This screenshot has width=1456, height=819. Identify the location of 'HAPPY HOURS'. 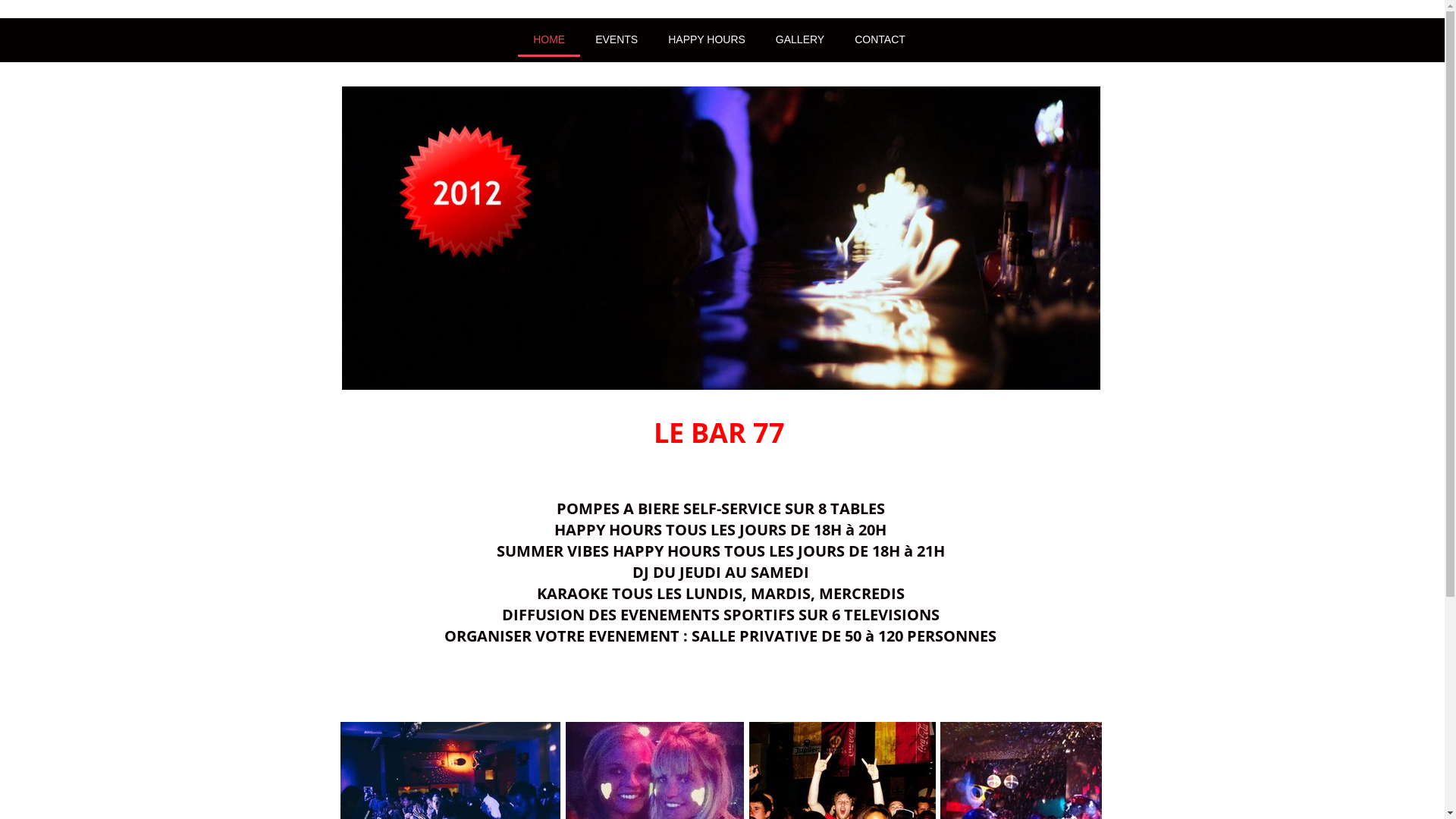
(705, 38).